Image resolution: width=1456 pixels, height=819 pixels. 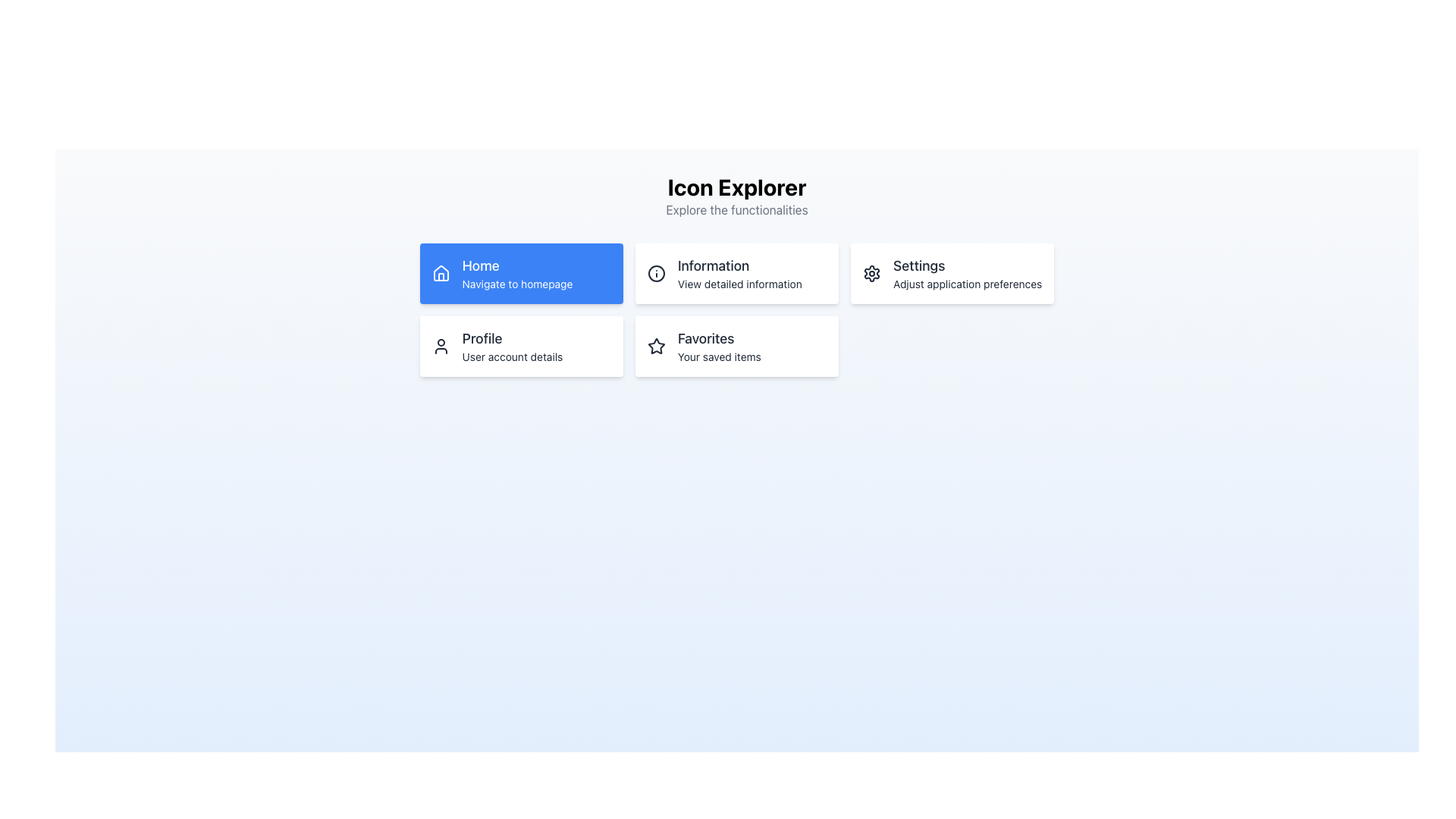 I want to click on the user icon represented by a simple line drawing of a person within the 'Profile' card, which is located in the bottom-left region of the visible card grid, so click(x=440, y=346).